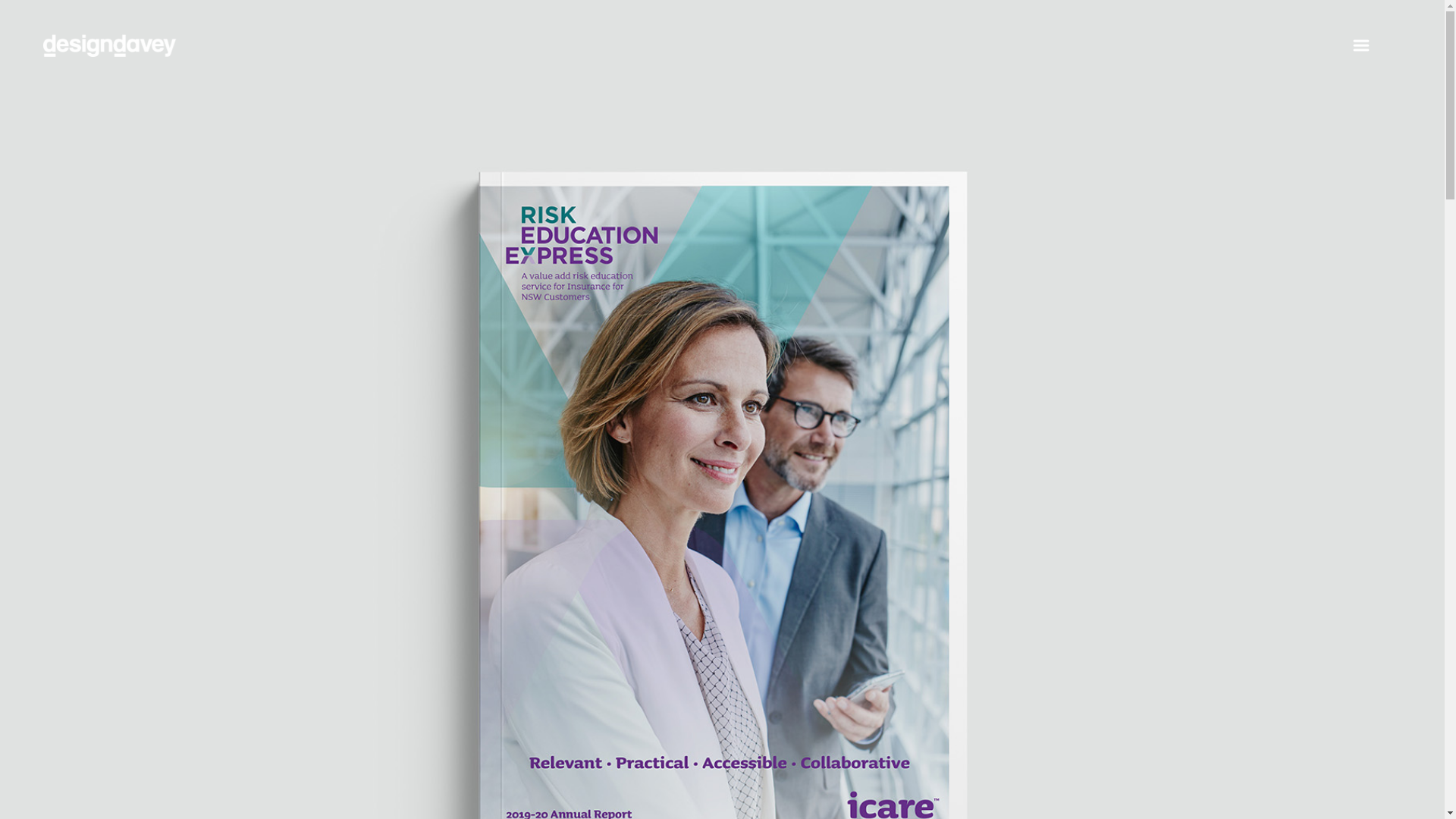  I want to click on 'Home', so click(43, 55).